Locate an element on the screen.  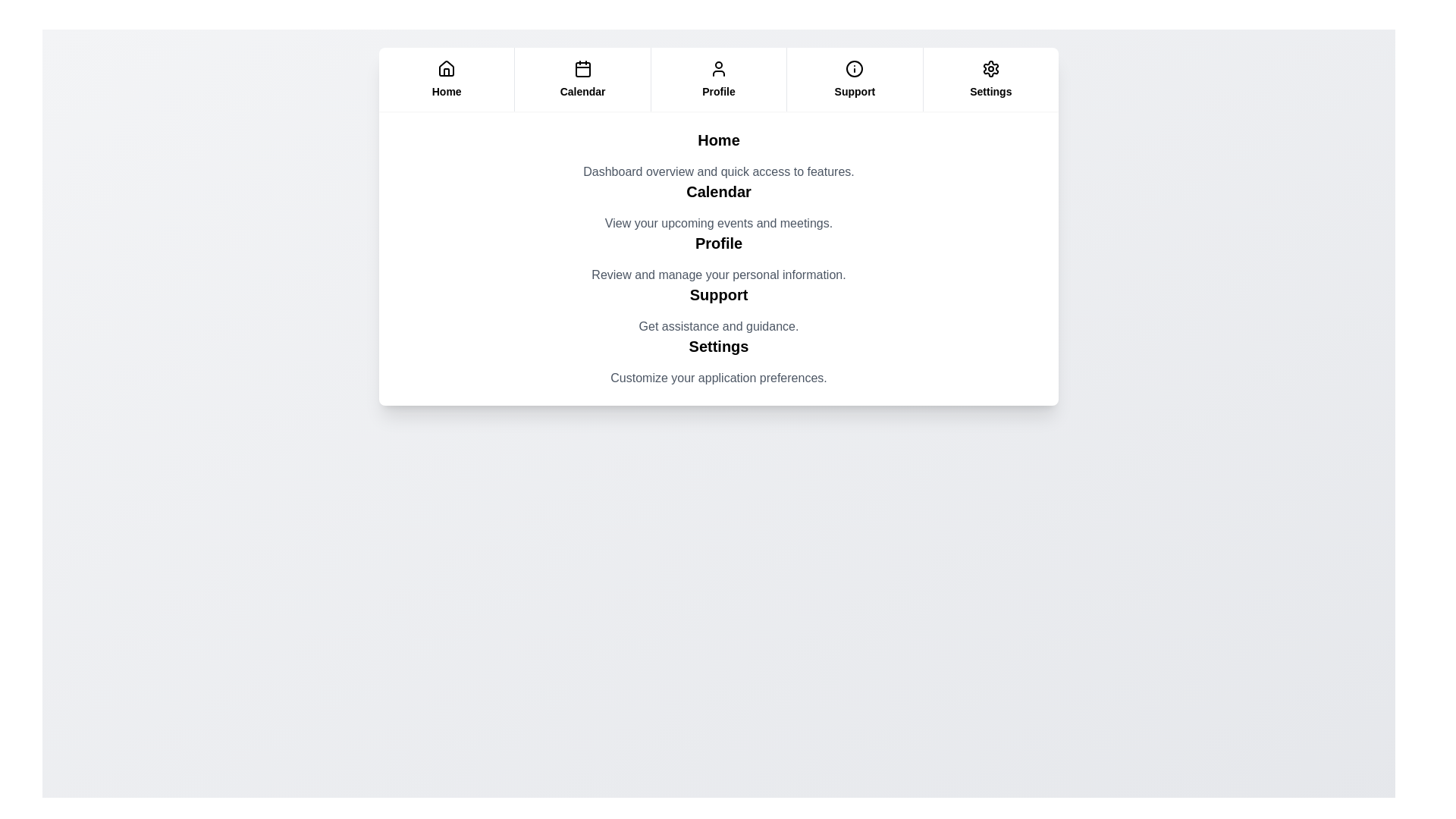
the 'Support' text label in the navigation menu, which is displayed in bold and small font below the information icon is located at coordinates (855, 91).